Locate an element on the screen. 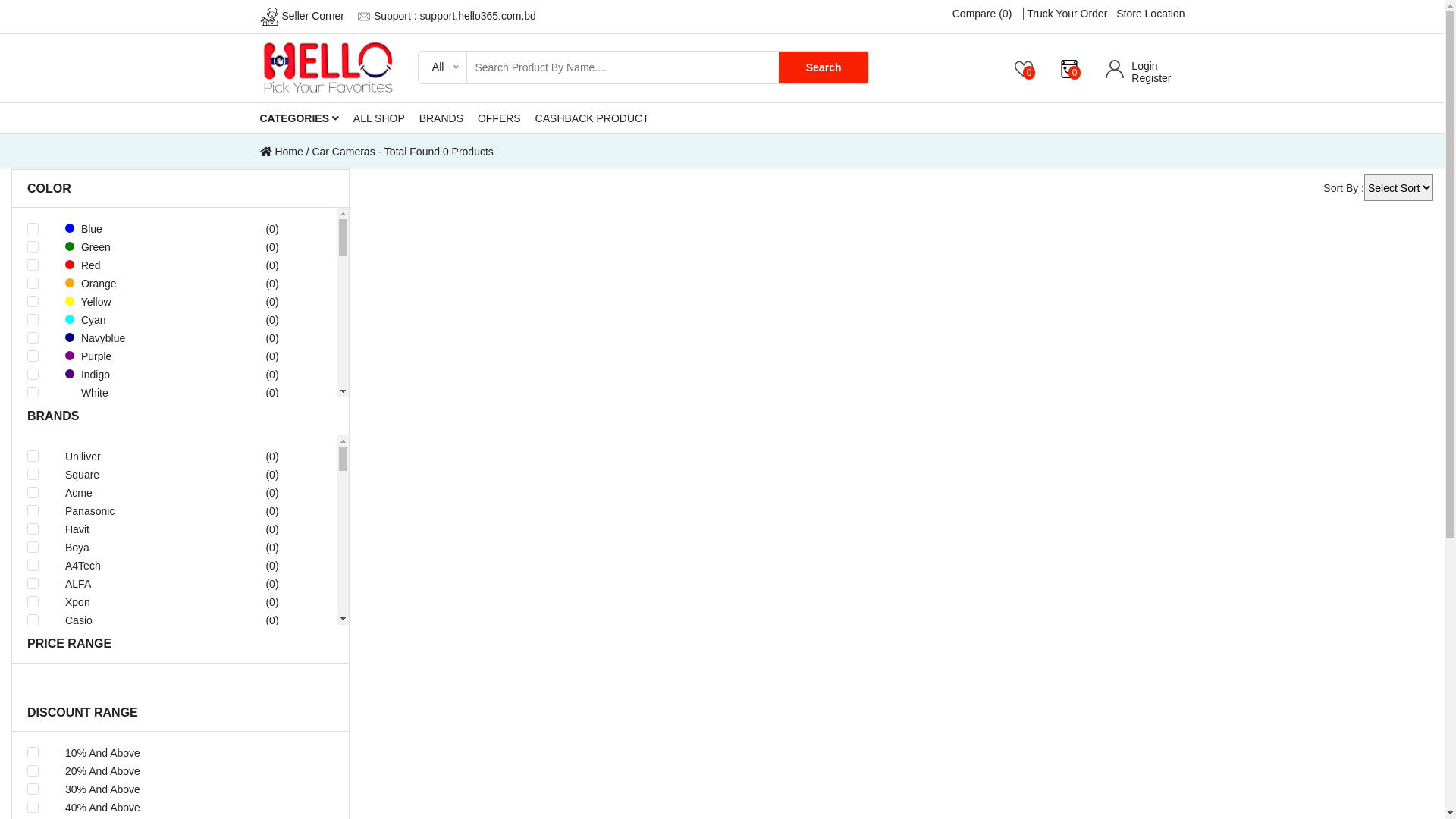  'A4Tech' is located at coordinates (142, 565).